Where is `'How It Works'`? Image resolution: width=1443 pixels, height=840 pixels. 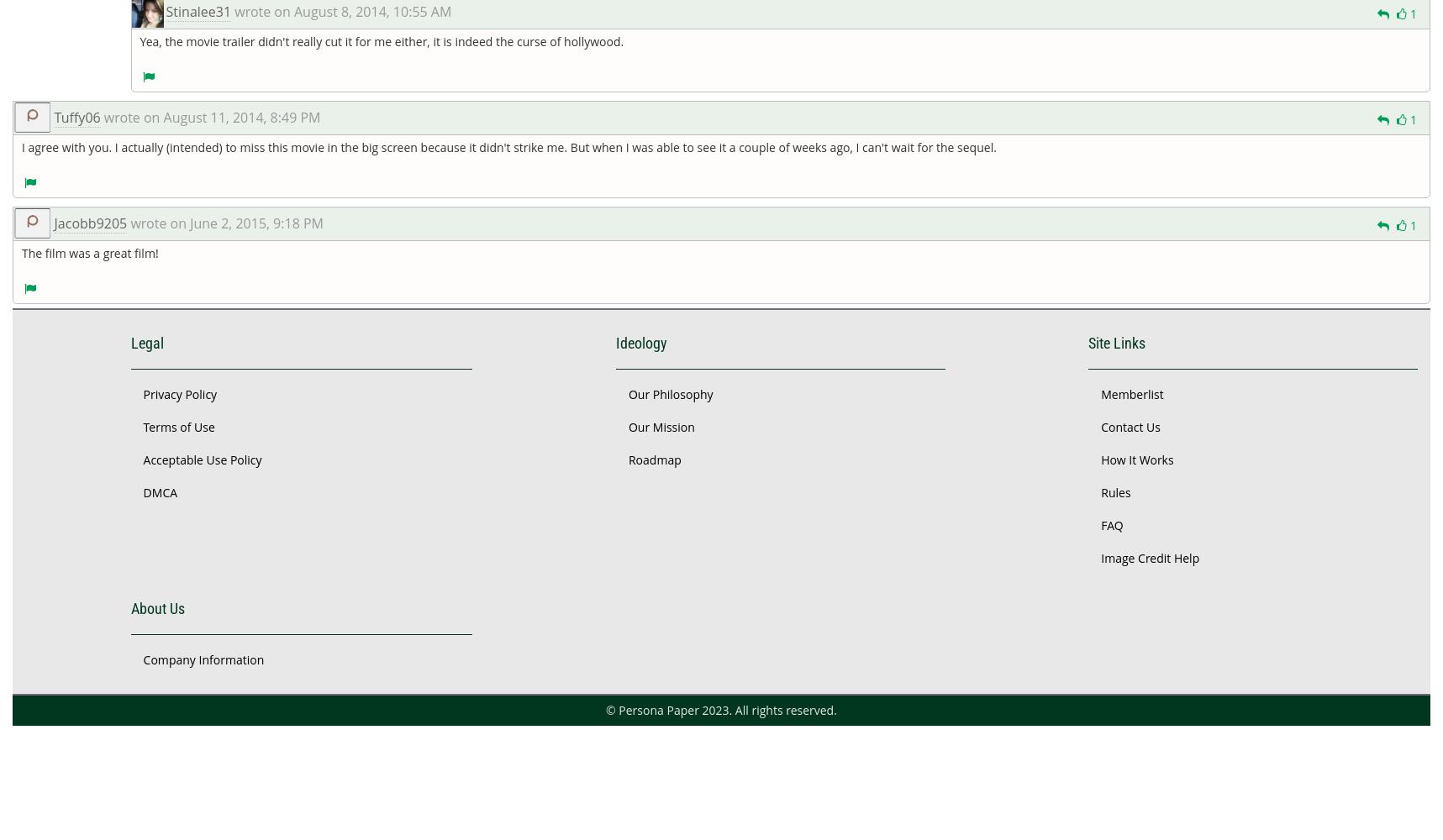 'How It Works' is located at coordinates (1135, 459).